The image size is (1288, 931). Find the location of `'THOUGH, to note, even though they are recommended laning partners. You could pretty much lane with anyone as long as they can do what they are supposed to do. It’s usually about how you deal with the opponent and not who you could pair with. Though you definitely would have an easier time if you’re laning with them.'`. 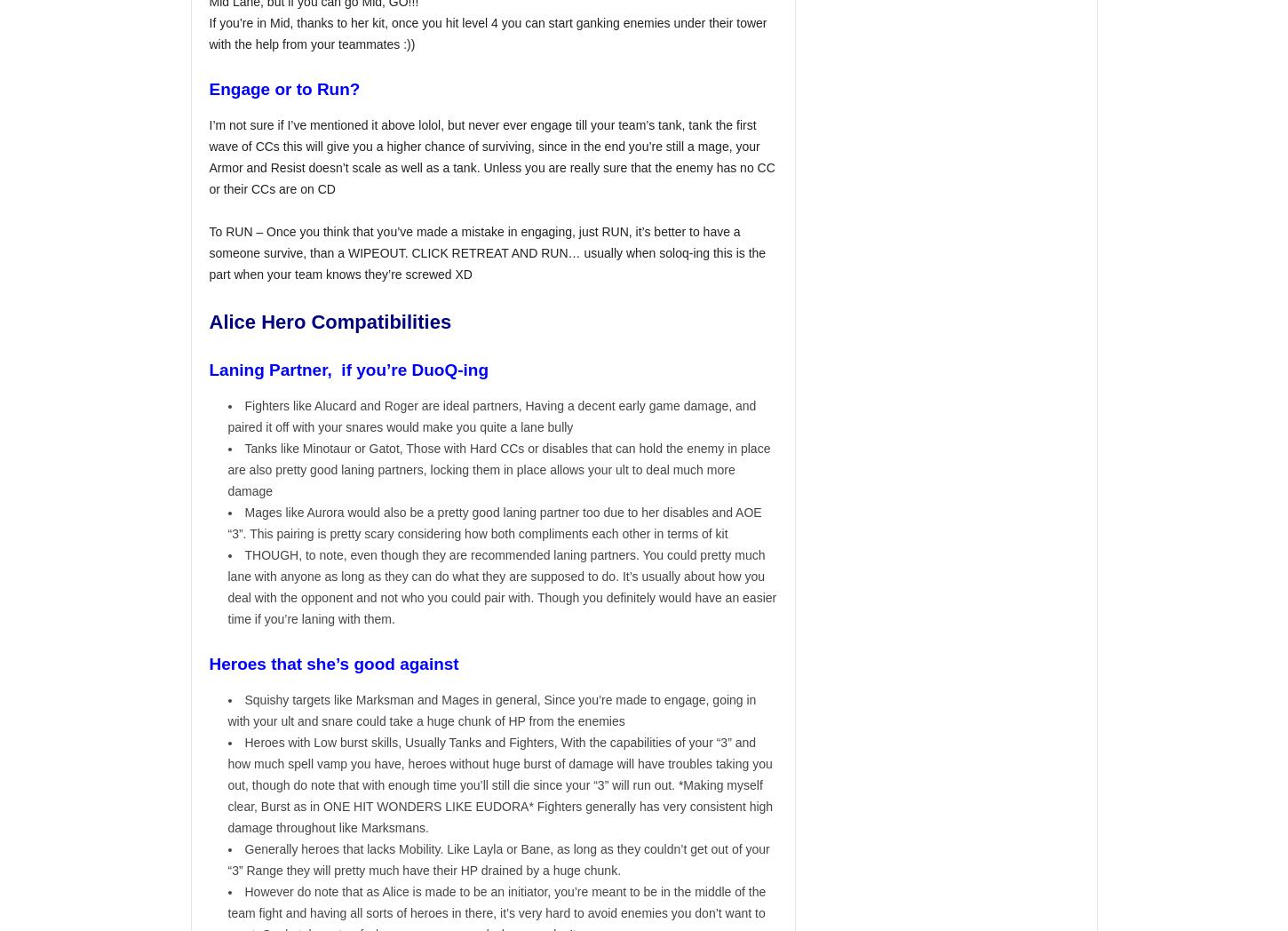

'THOUGH, to note, even though they are recommended laning partners. You could pretty much lane with anyone as long as they can do what they are supposed to do. It’s usually about how you deal with the opponent and not who you could pair with. Though you definitely would have an easier time if you’re laning with them.' is located at coordinates (502, 586).